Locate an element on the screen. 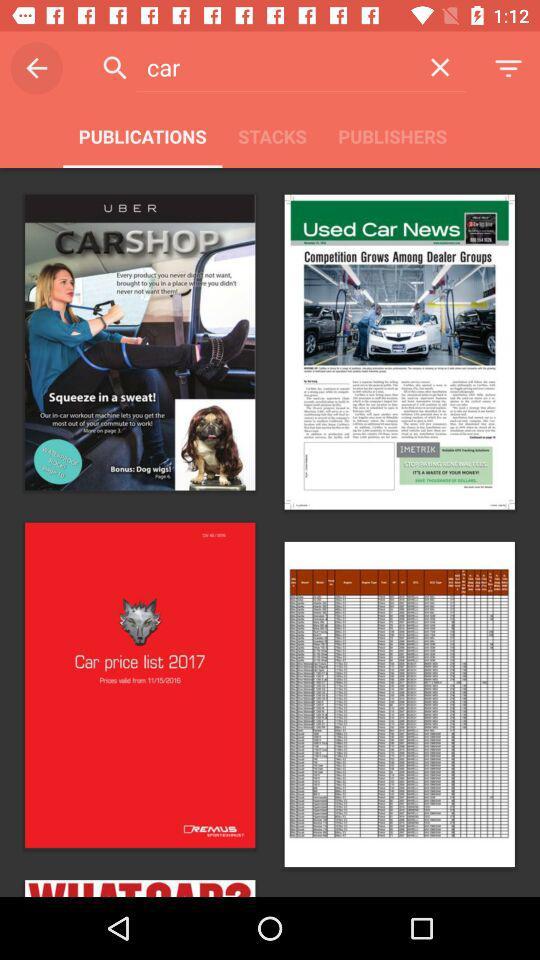 The image size is (540, 960). item above publications item is located at coordinates (274, 67).